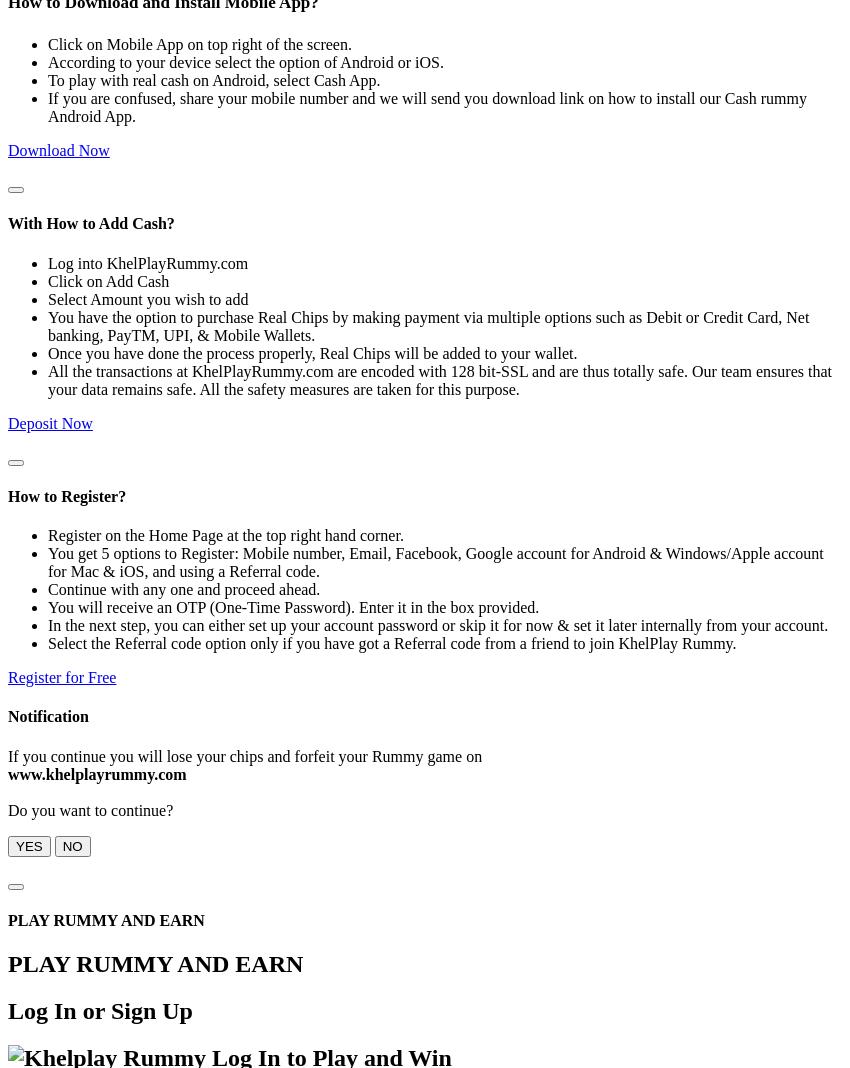 The height and width of the screenshot is (1068, 850). I want to click on 'You will receive an OTP (One-Time Password). Enter it in the box provided.', so click(292, 606).